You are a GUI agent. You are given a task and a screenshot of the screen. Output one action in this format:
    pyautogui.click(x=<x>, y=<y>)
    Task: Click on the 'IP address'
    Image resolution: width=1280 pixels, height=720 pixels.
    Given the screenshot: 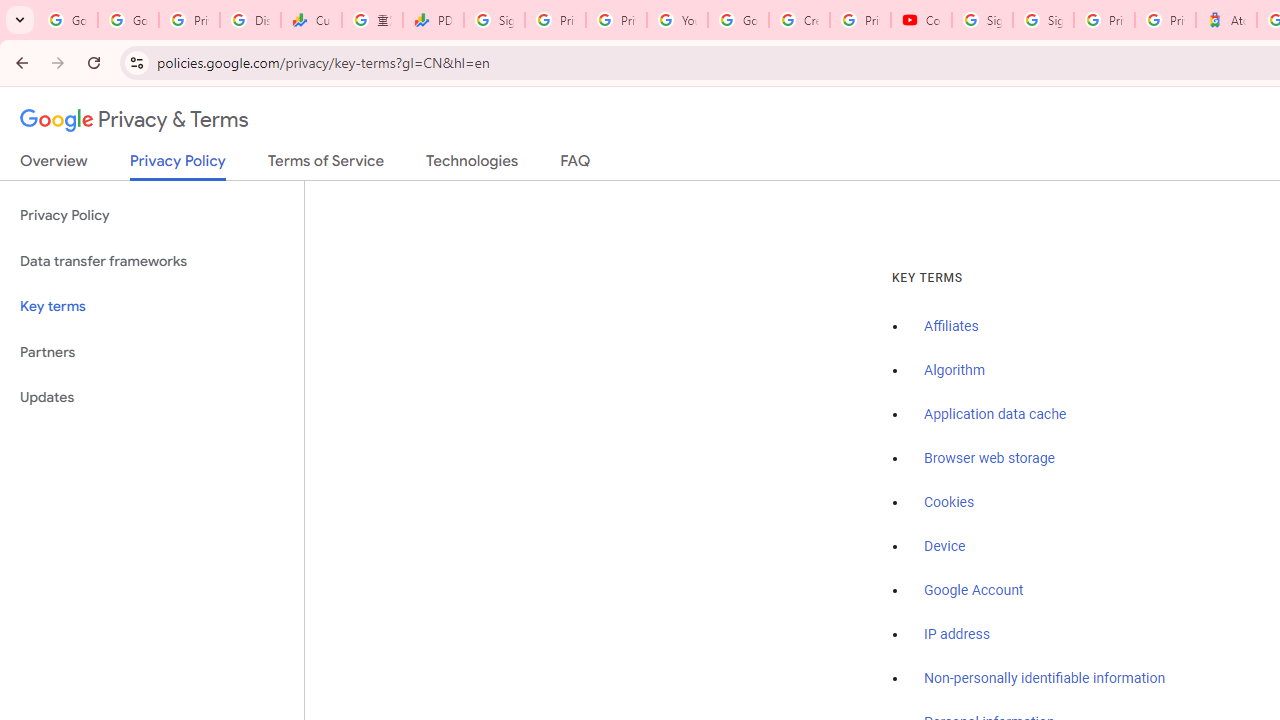 What is the action you would take?
    pyautogui.click(x=955, y=634)
    